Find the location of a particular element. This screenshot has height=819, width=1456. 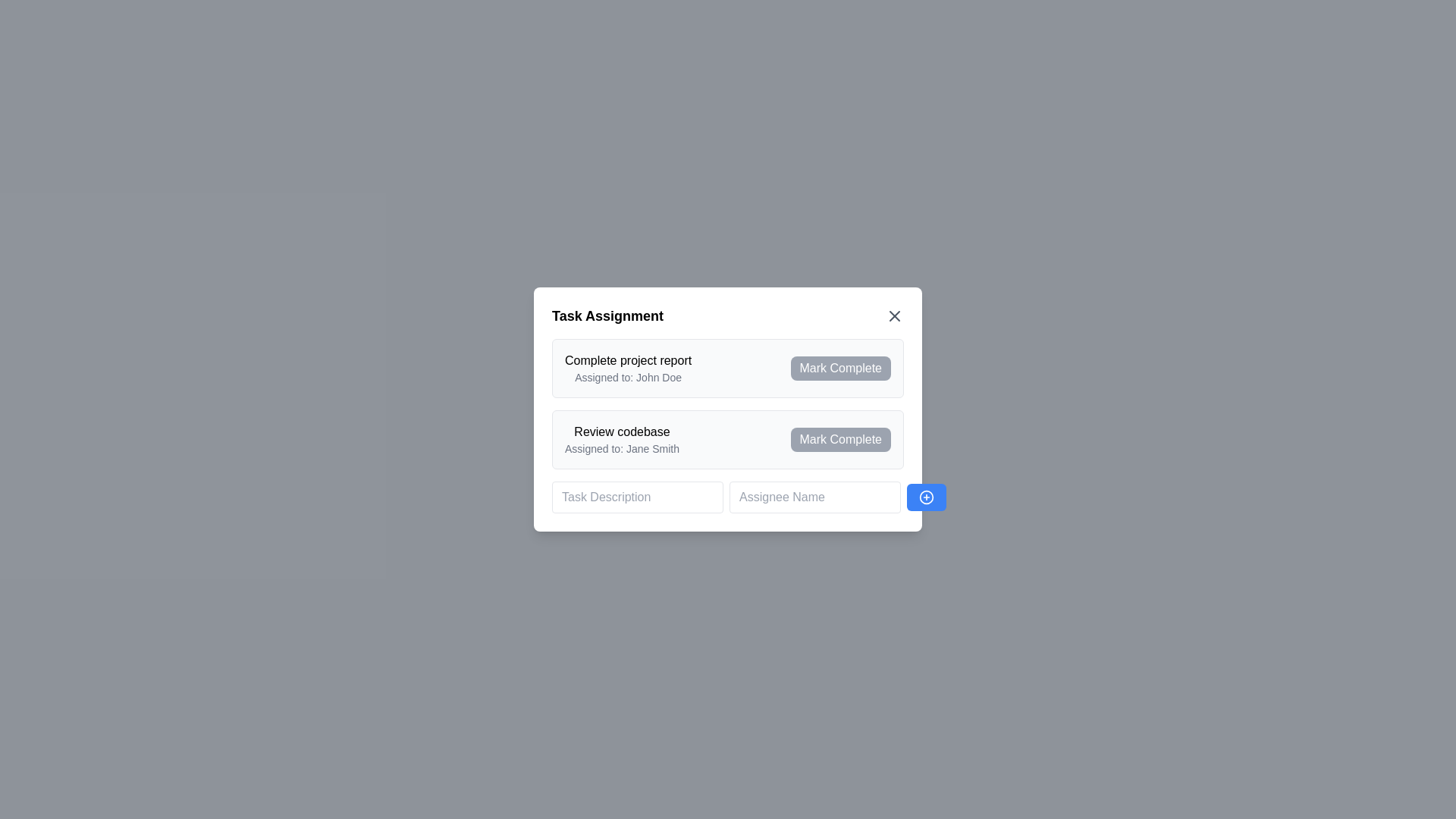

the text label reading 'Assigned to: Jane Smith', which is smaller and grayish, located below the bold text 'Review codebase' is located at coordinates (622, 447).